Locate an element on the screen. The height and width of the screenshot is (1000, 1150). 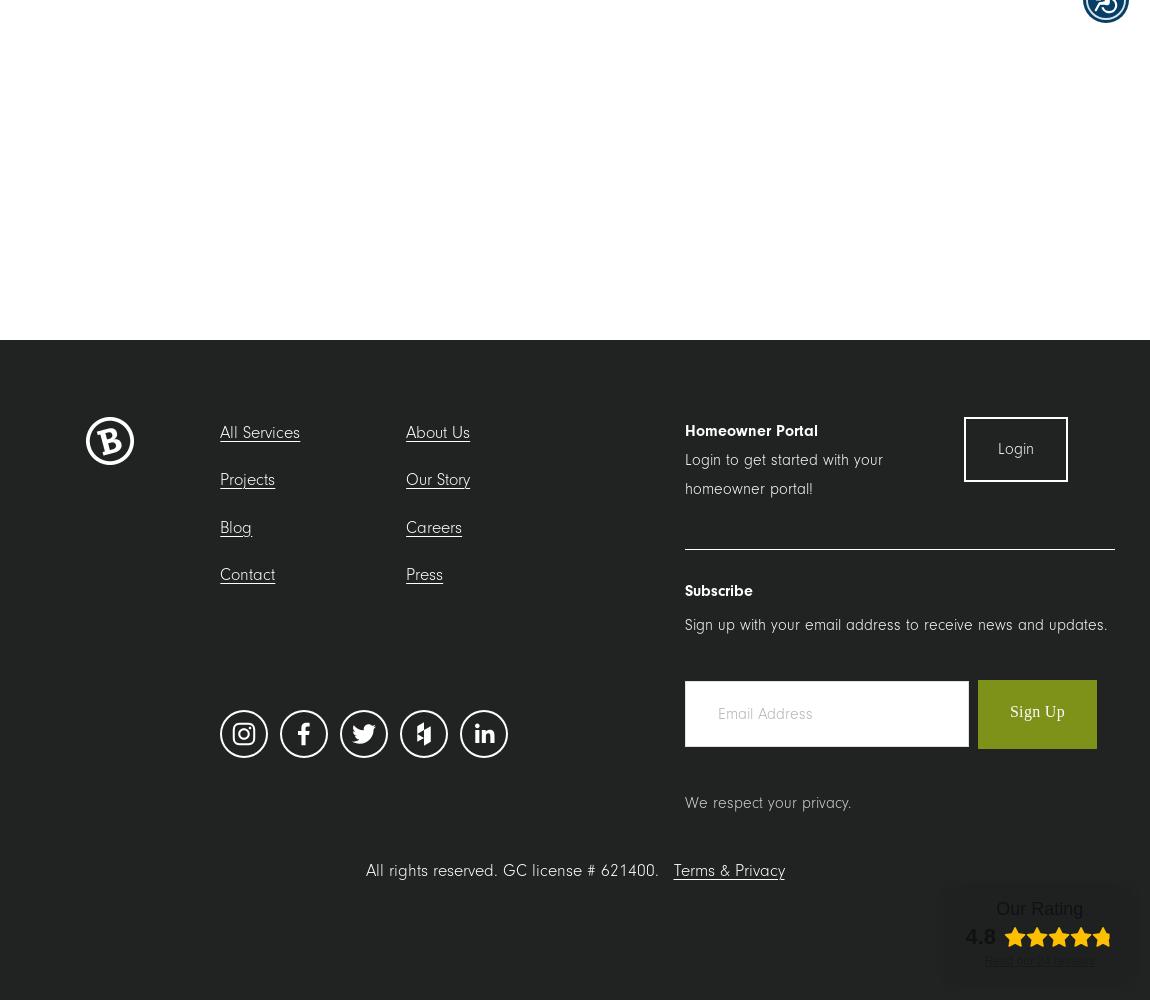
'Press' is located at coordinates (424, 572).